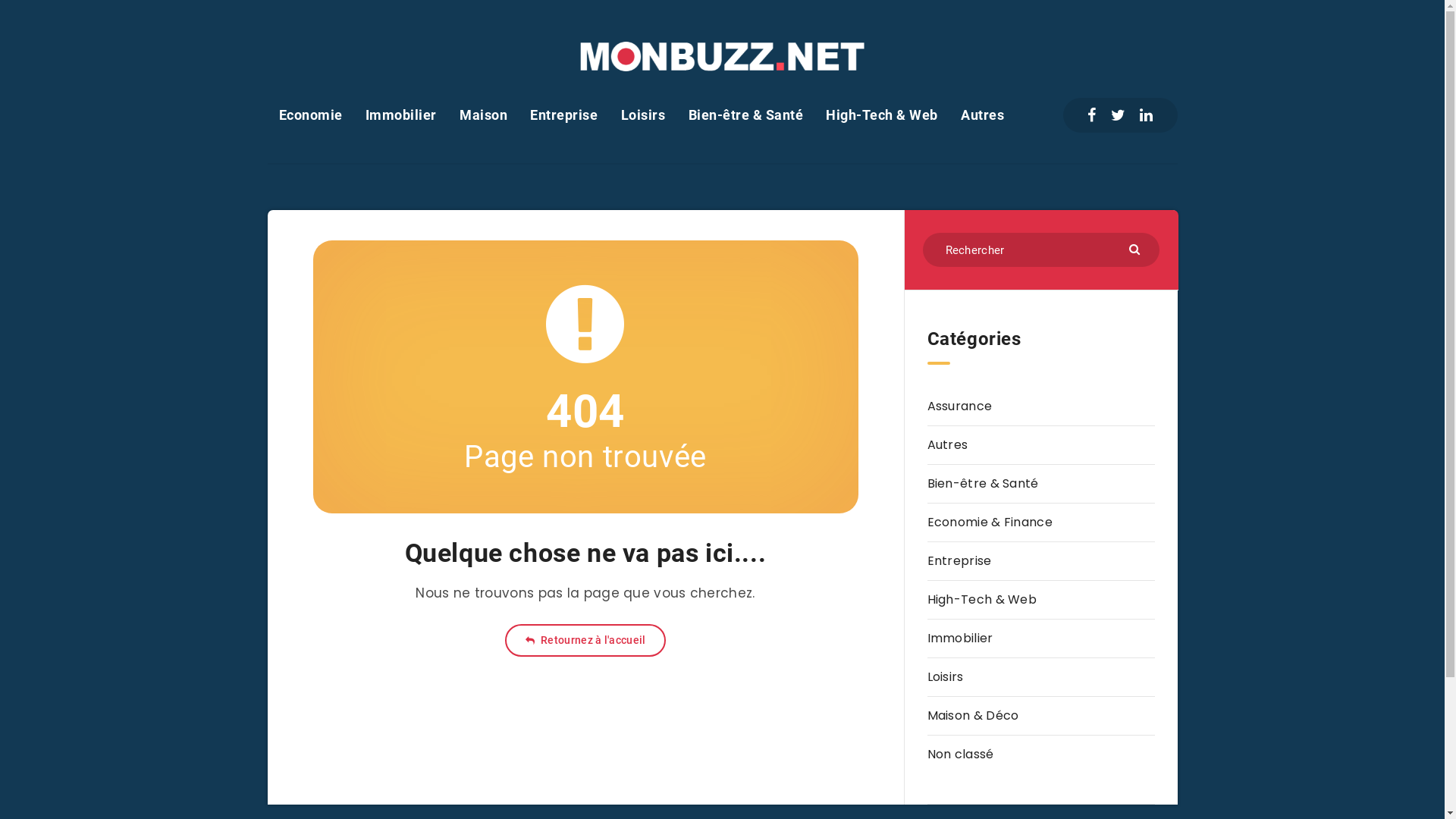 The width and height of the screenshot is (1456, 819). I want to click on 'Immobilier', so click(400, 114).